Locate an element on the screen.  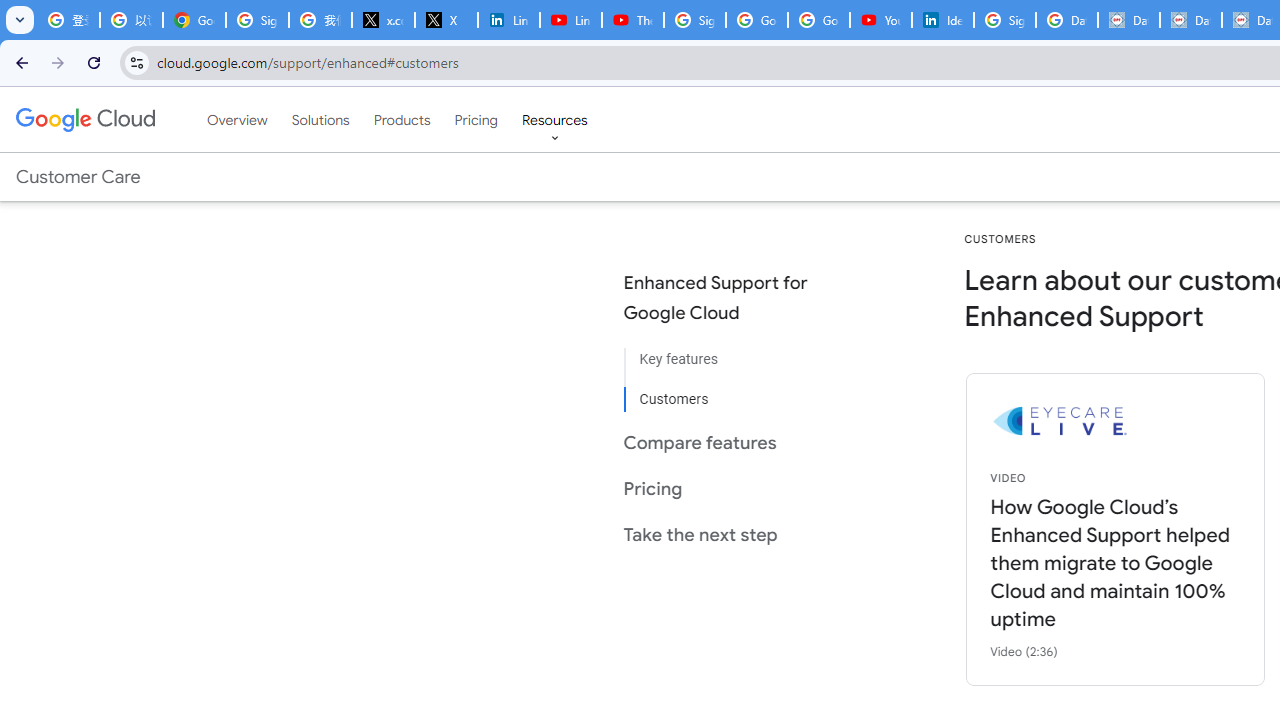
'X' is located at coordinates (445, 20).